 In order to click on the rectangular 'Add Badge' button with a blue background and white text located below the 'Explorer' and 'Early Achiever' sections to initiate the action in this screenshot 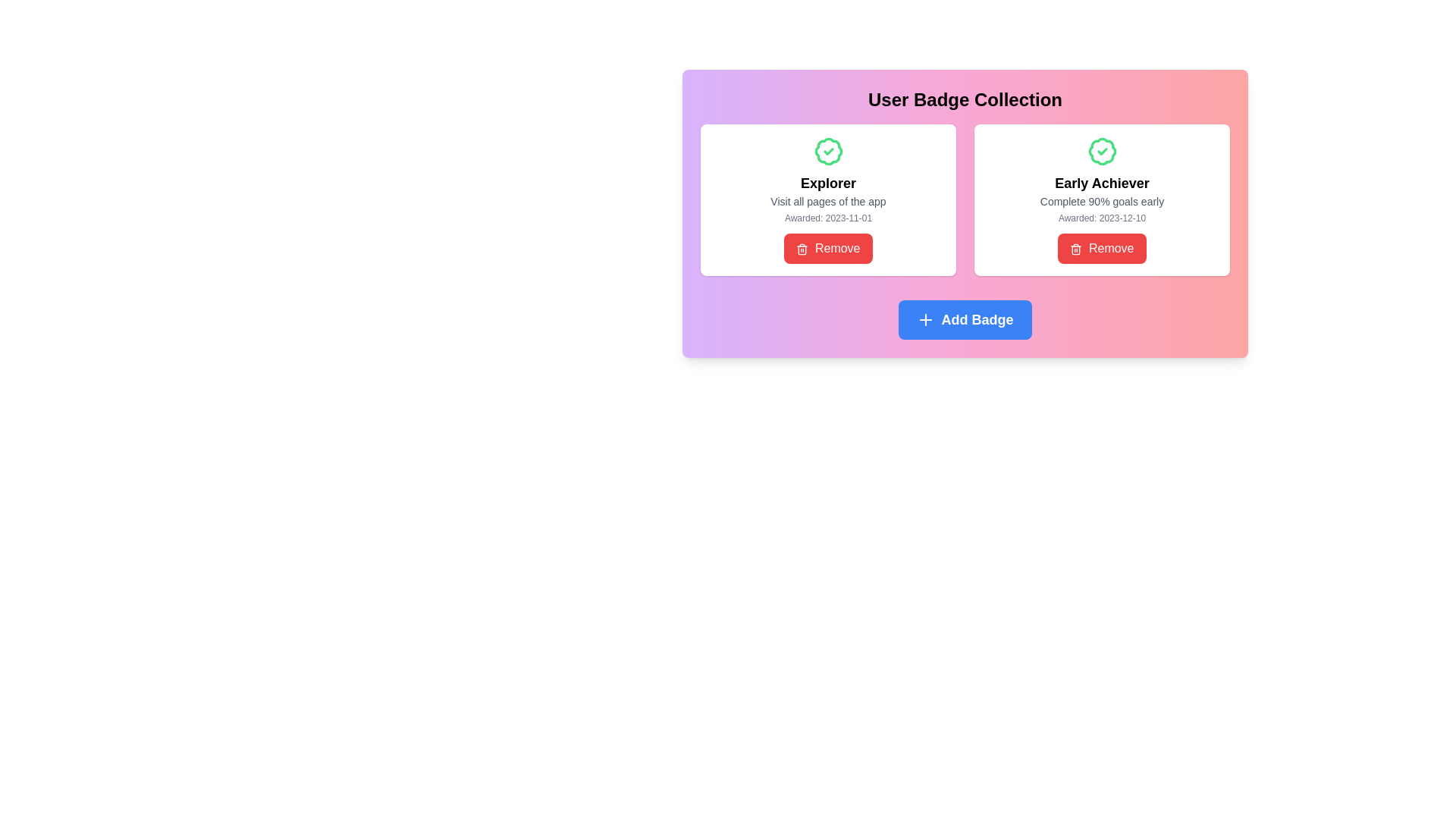, I will do `click(964, 318)`.